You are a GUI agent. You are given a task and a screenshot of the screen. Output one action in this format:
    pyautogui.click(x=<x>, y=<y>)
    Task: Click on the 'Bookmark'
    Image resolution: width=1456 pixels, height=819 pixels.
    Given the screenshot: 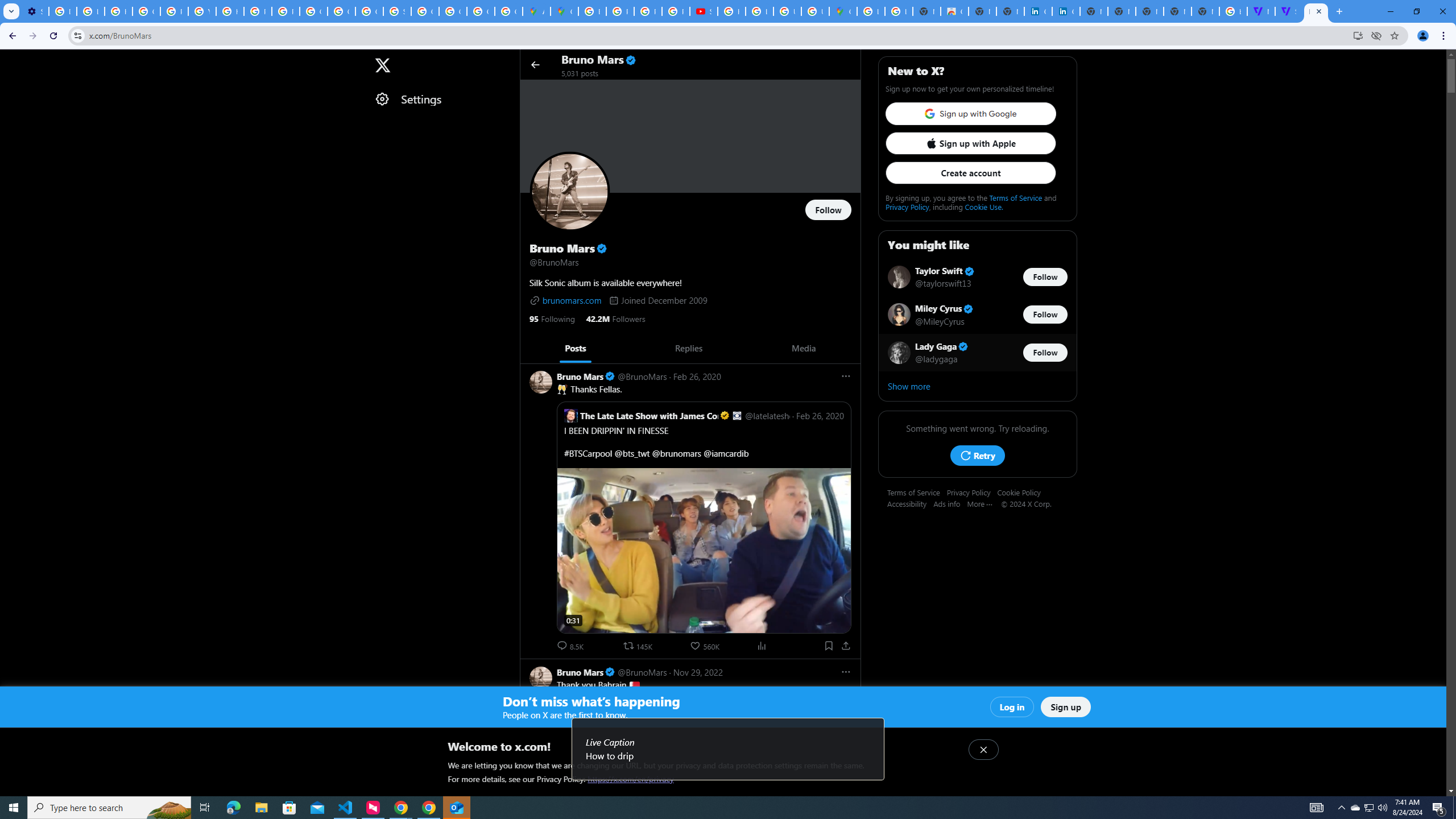 What is the action you would take?
    pyautogui.click(x=828, y=645)
    